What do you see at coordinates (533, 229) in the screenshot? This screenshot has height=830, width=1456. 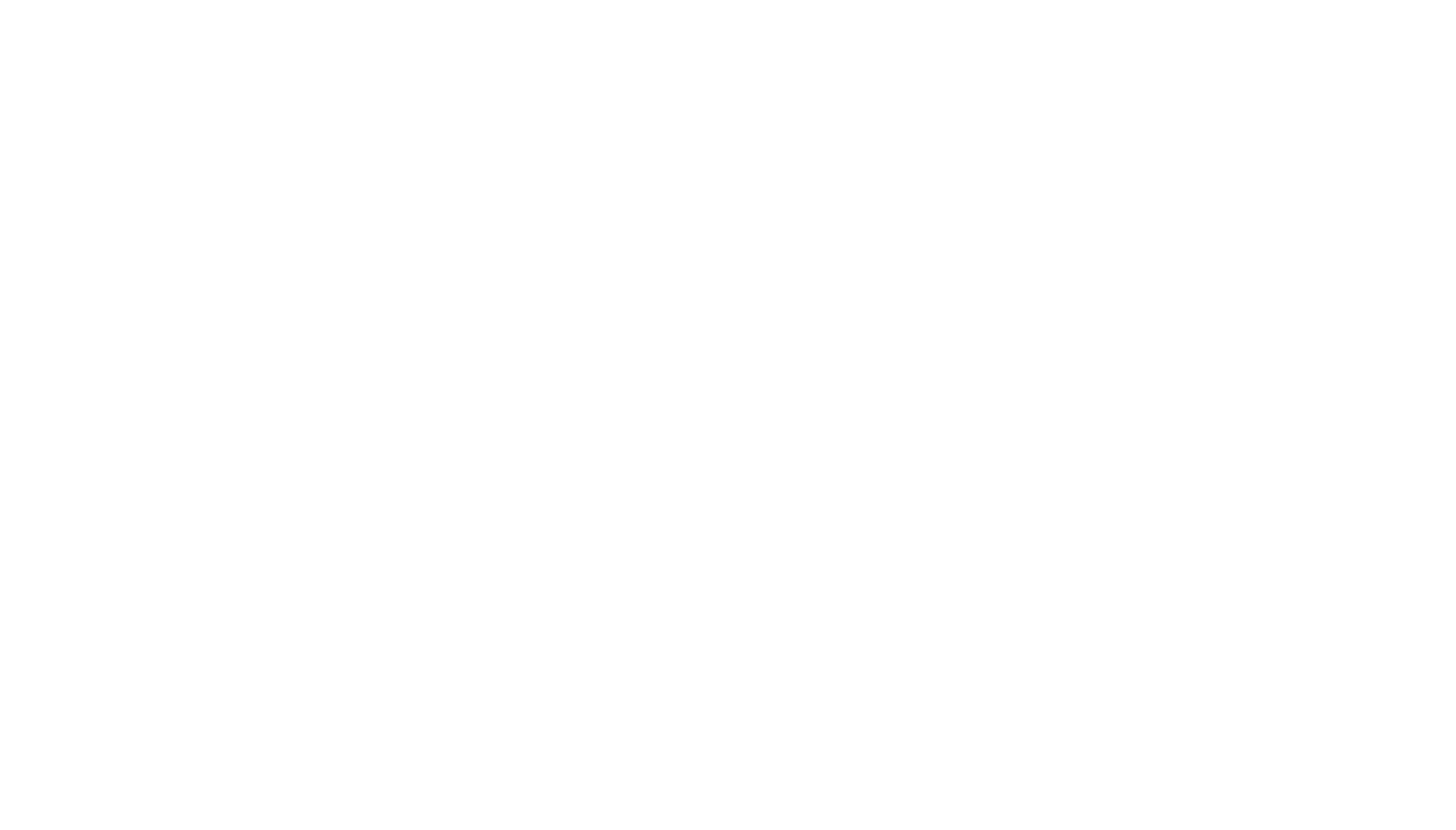 I see `'Chicken'` at bounding box center [533, 229].